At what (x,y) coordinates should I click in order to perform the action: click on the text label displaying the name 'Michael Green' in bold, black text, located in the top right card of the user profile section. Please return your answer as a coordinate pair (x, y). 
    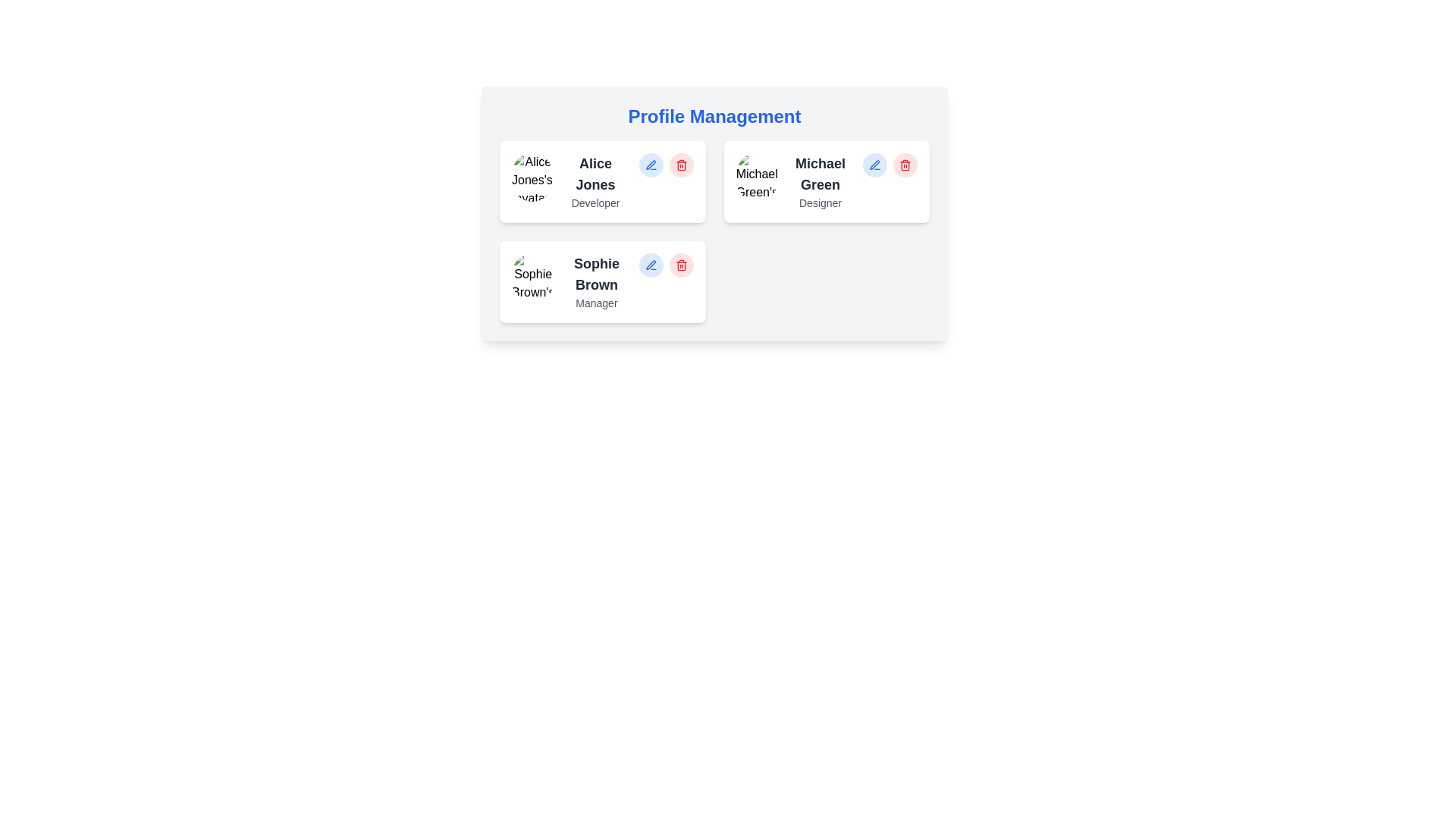
    Looking at the image, I should click on (820, 174).